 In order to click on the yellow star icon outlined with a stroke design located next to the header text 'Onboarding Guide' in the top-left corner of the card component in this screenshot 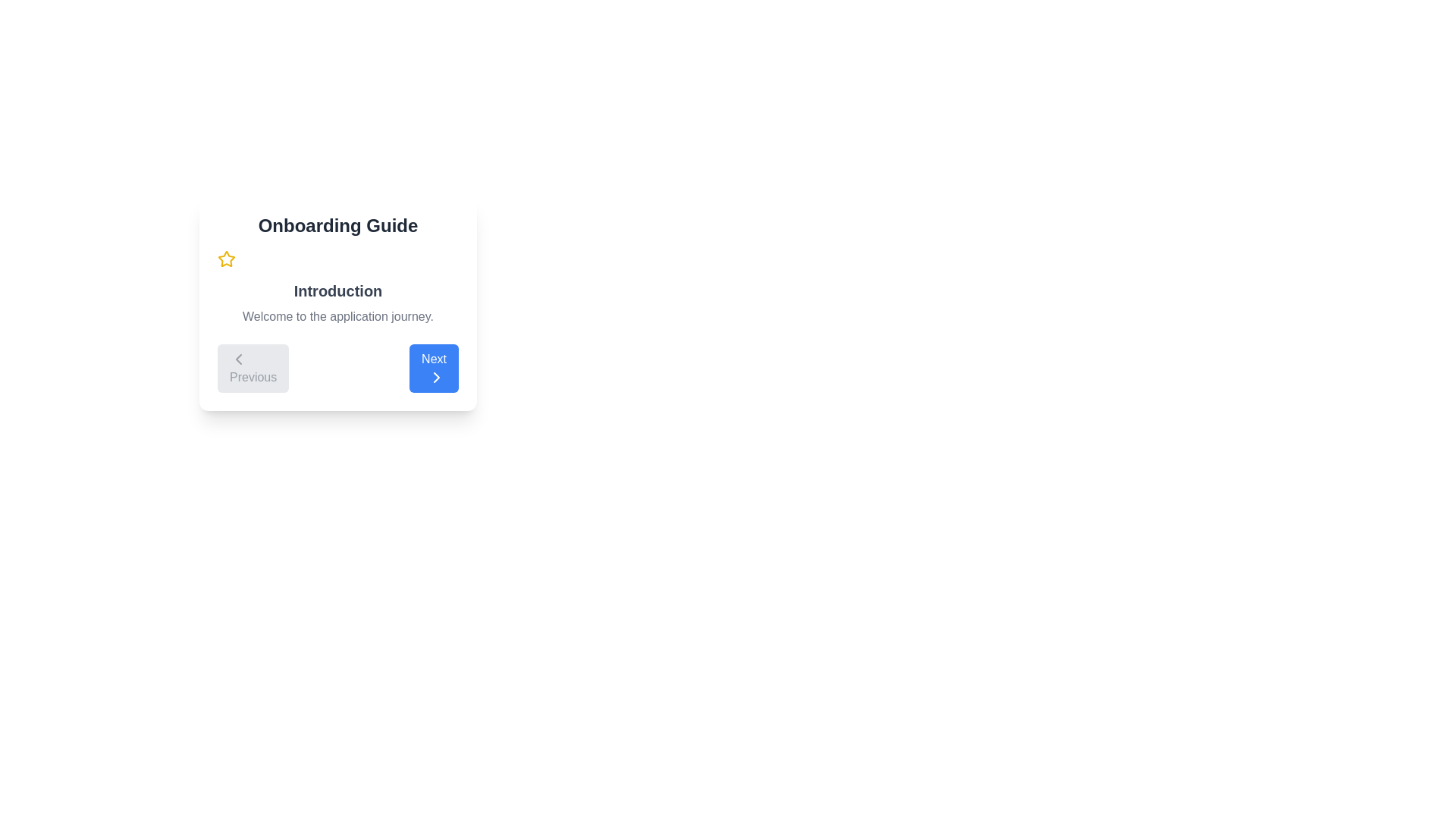, I will do `click(225, 258)`.